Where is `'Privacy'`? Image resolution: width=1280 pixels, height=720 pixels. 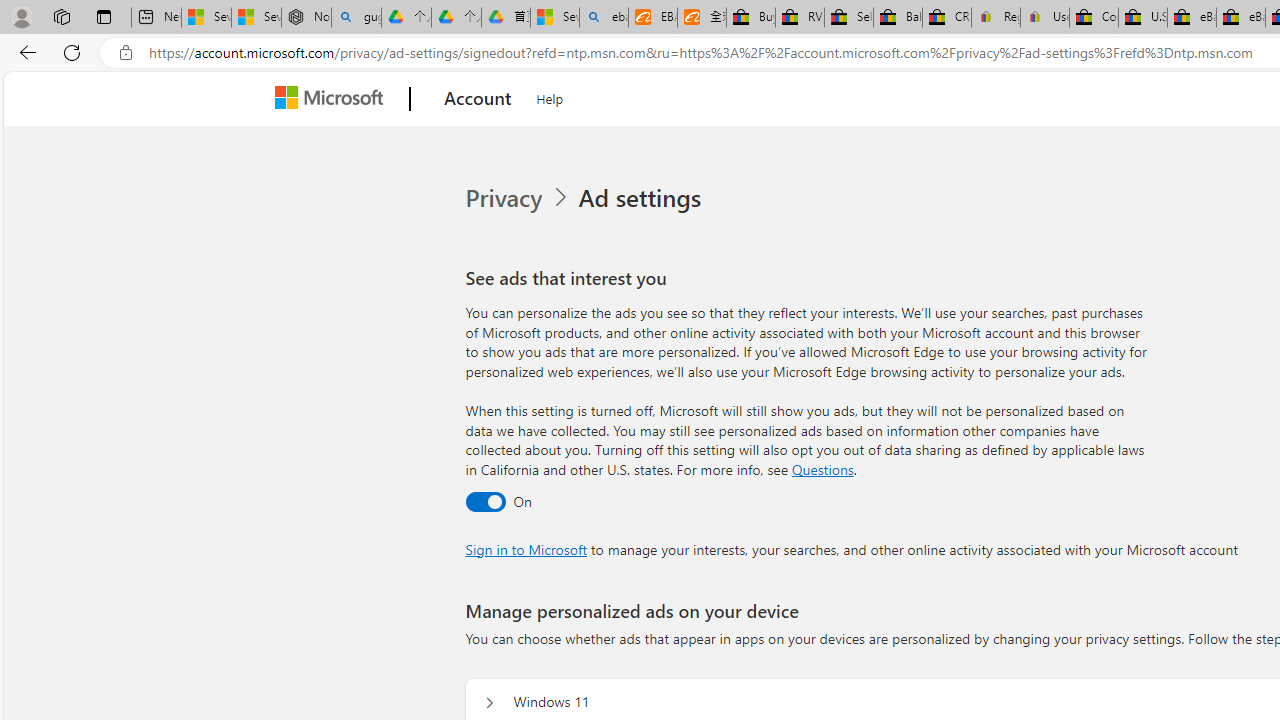
'Privacy' is located at coordinates (505, 198).